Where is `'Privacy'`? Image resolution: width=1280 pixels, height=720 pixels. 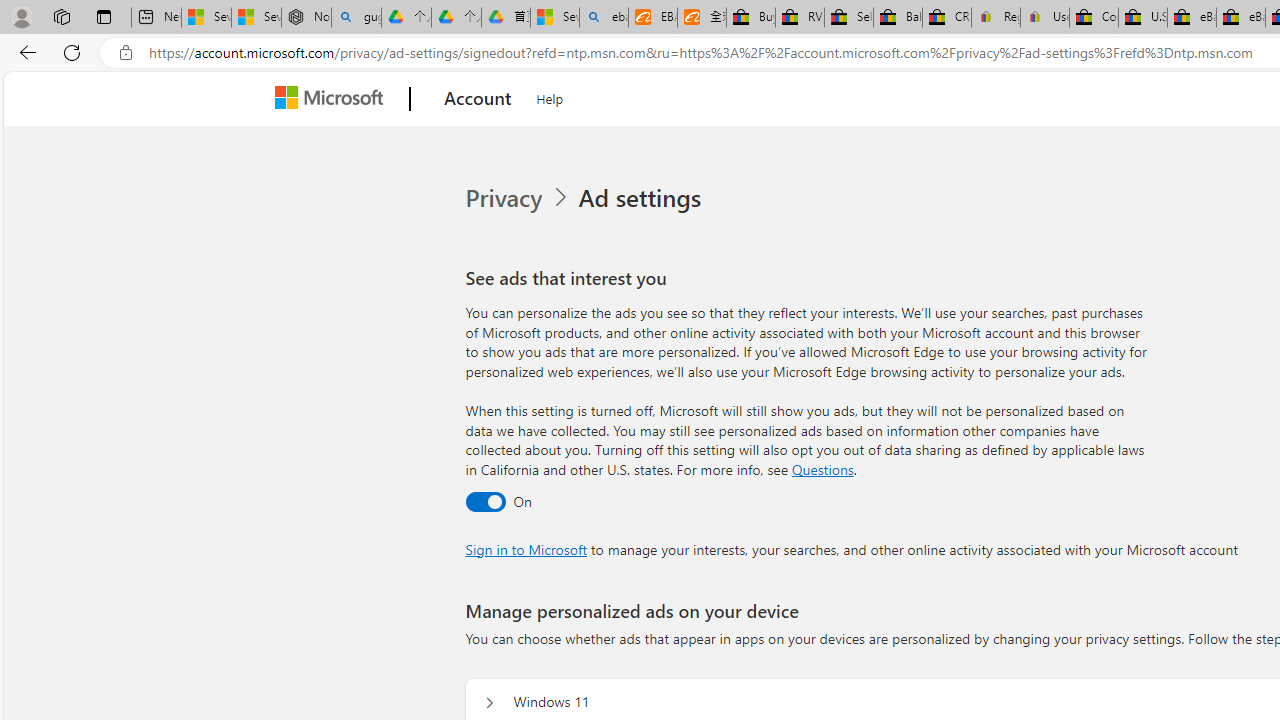
'Privacy' is located at coordinates (505, 198).